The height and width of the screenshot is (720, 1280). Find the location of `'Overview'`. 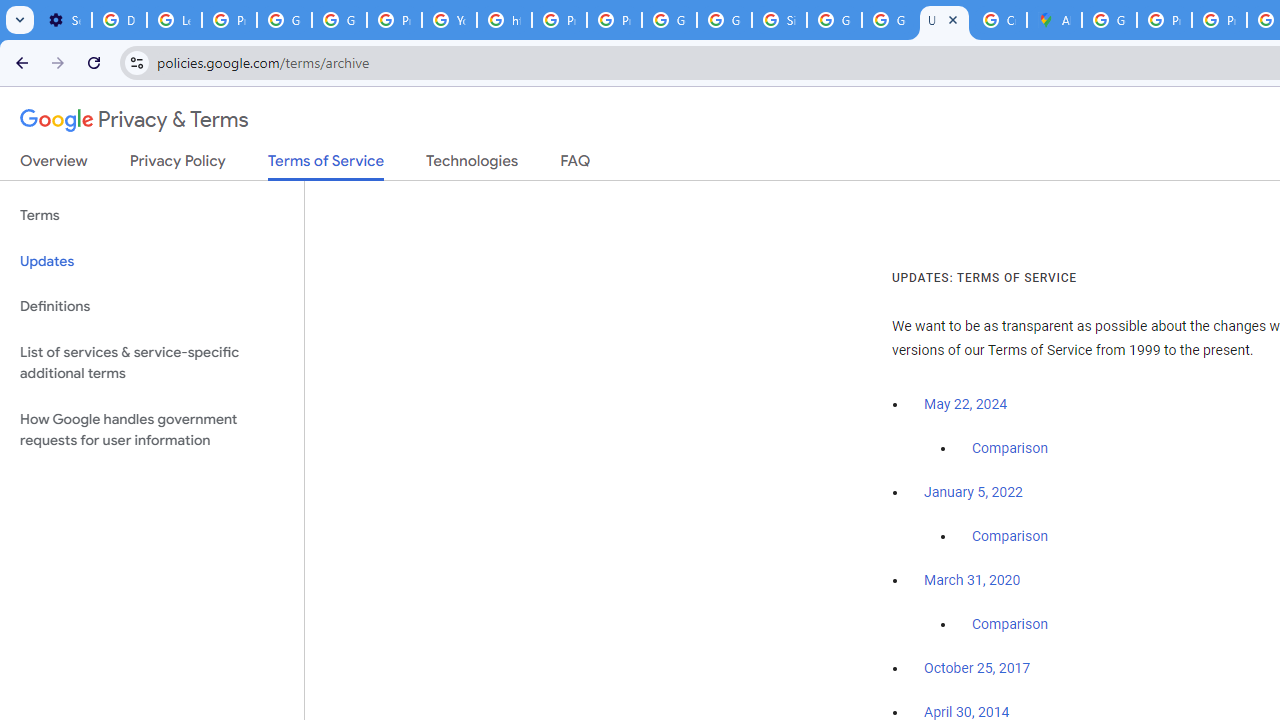

'Overview' is located at coordinates (54, 164).